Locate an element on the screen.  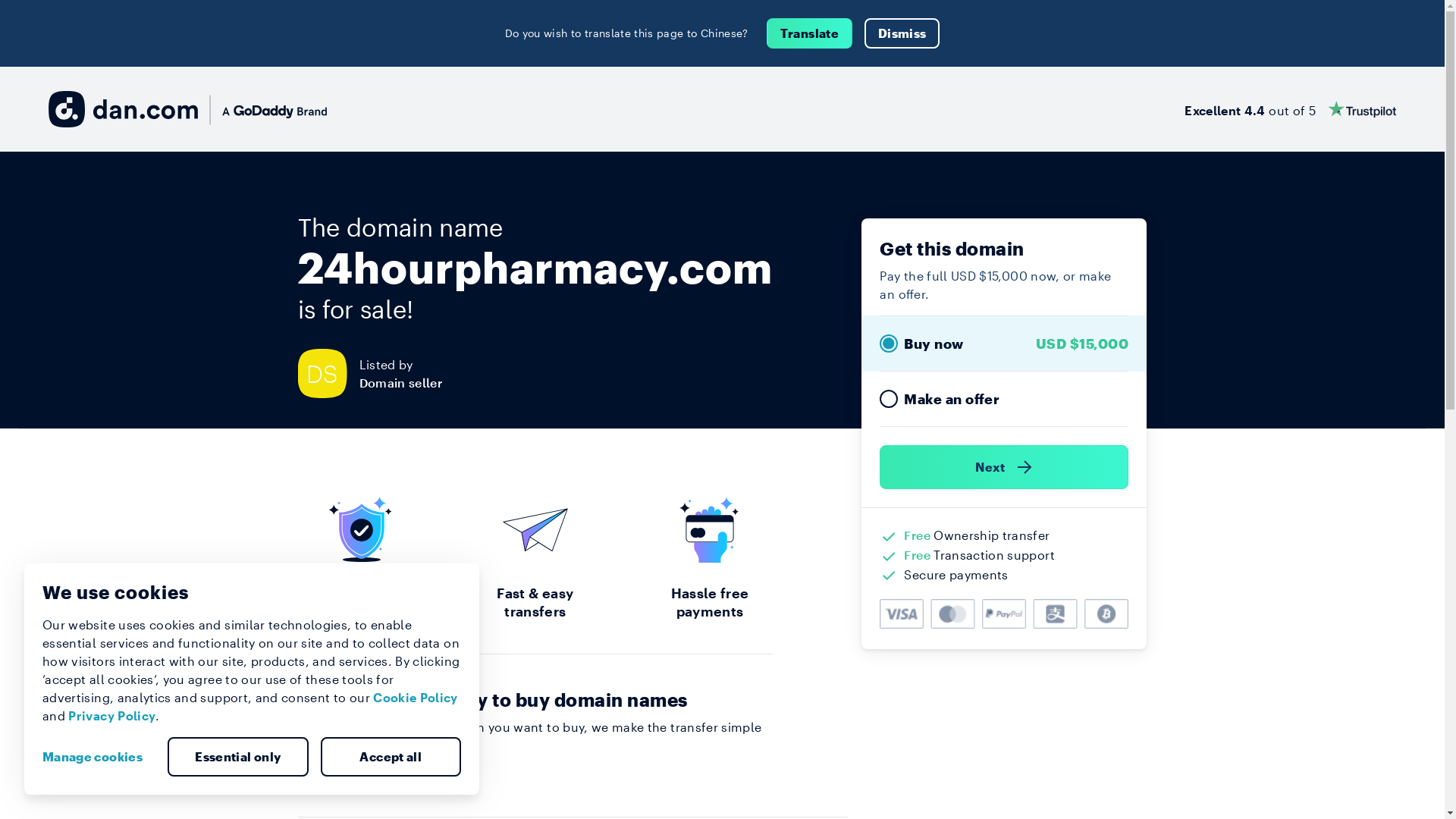
'Dismiss' is located at coordinates (902, 33).